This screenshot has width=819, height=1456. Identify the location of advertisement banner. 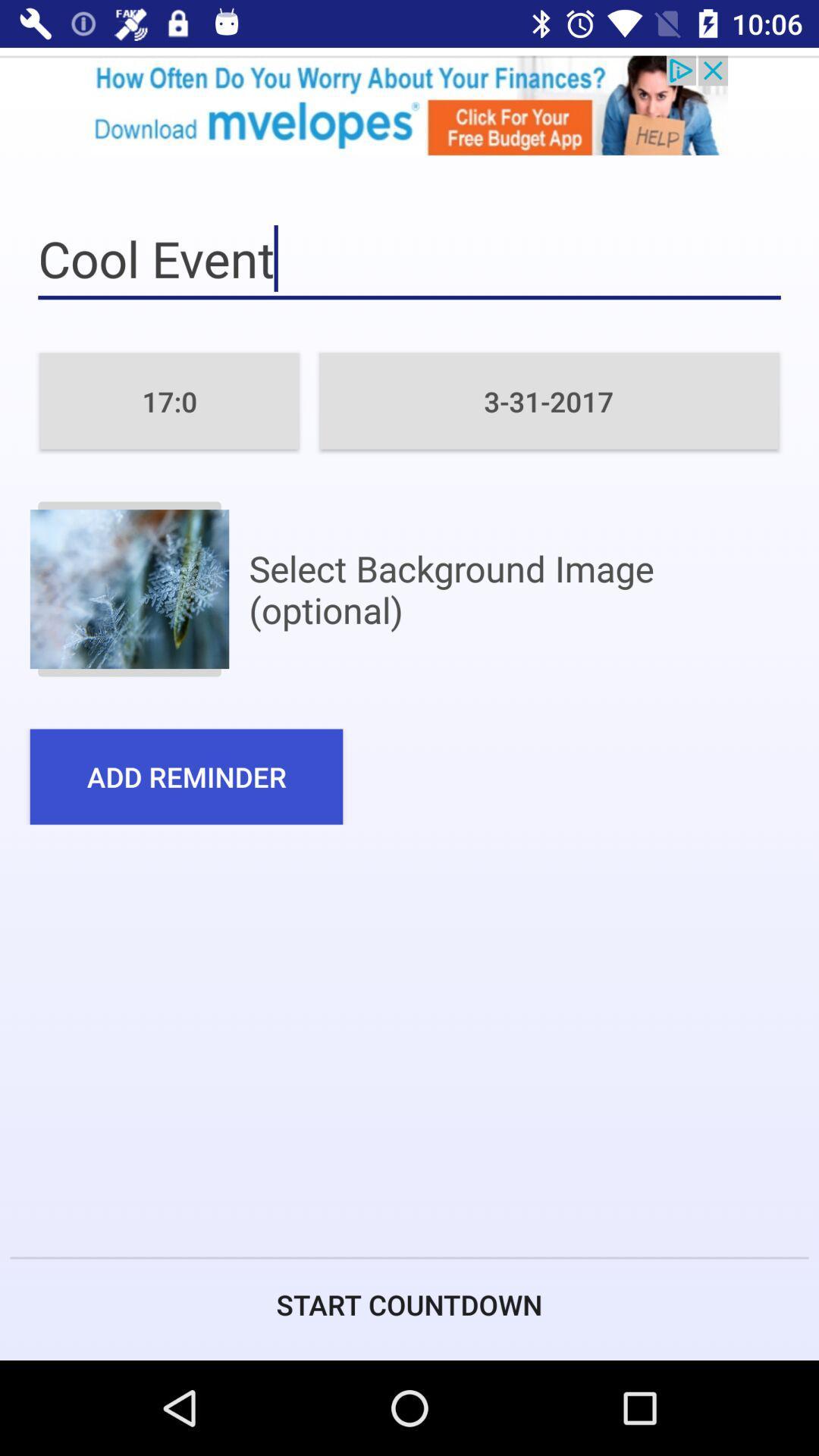
(409, 105).